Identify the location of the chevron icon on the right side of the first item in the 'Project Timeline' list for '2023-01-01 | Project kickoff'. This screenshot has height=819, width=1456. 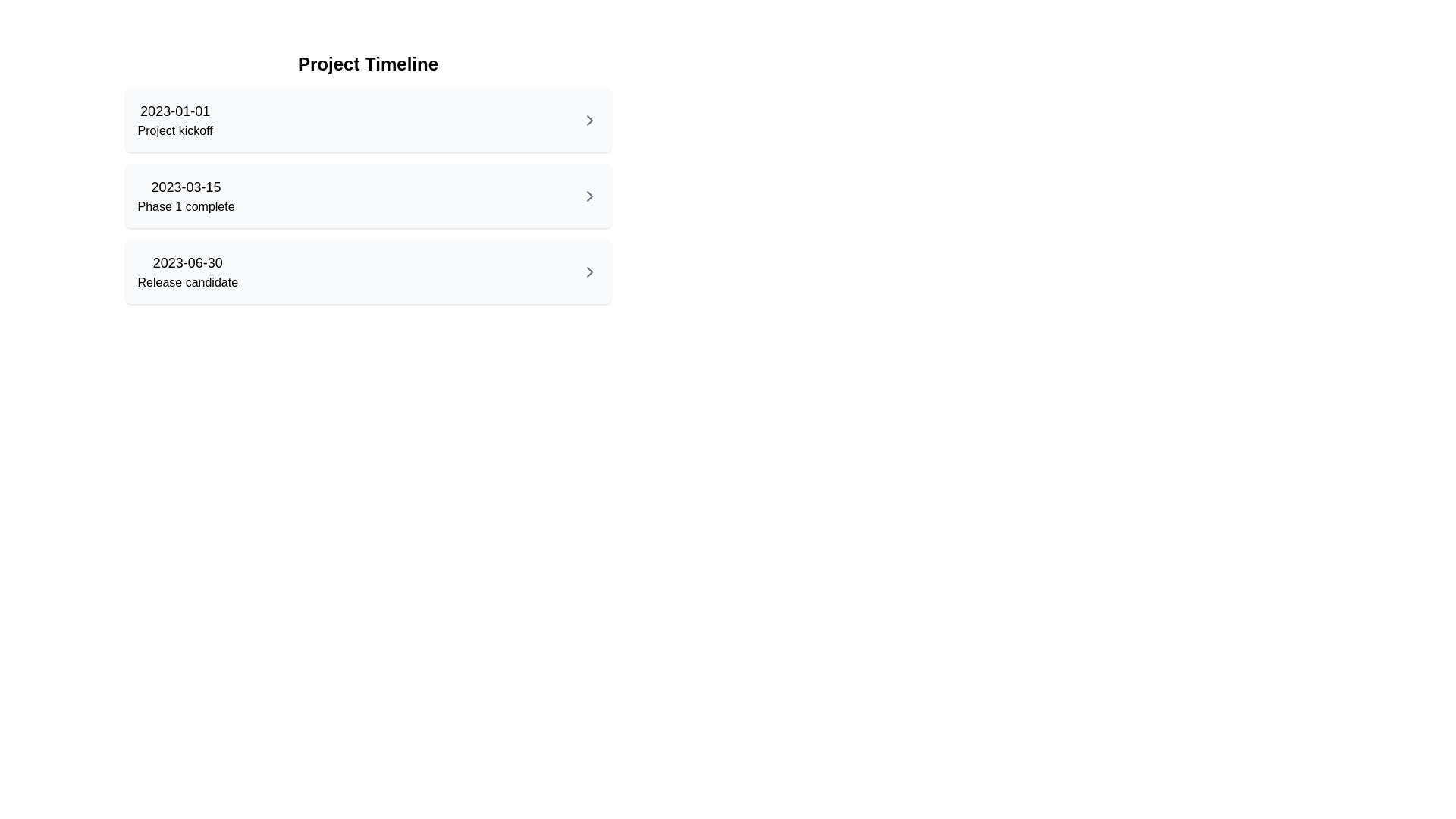
(588, 119).